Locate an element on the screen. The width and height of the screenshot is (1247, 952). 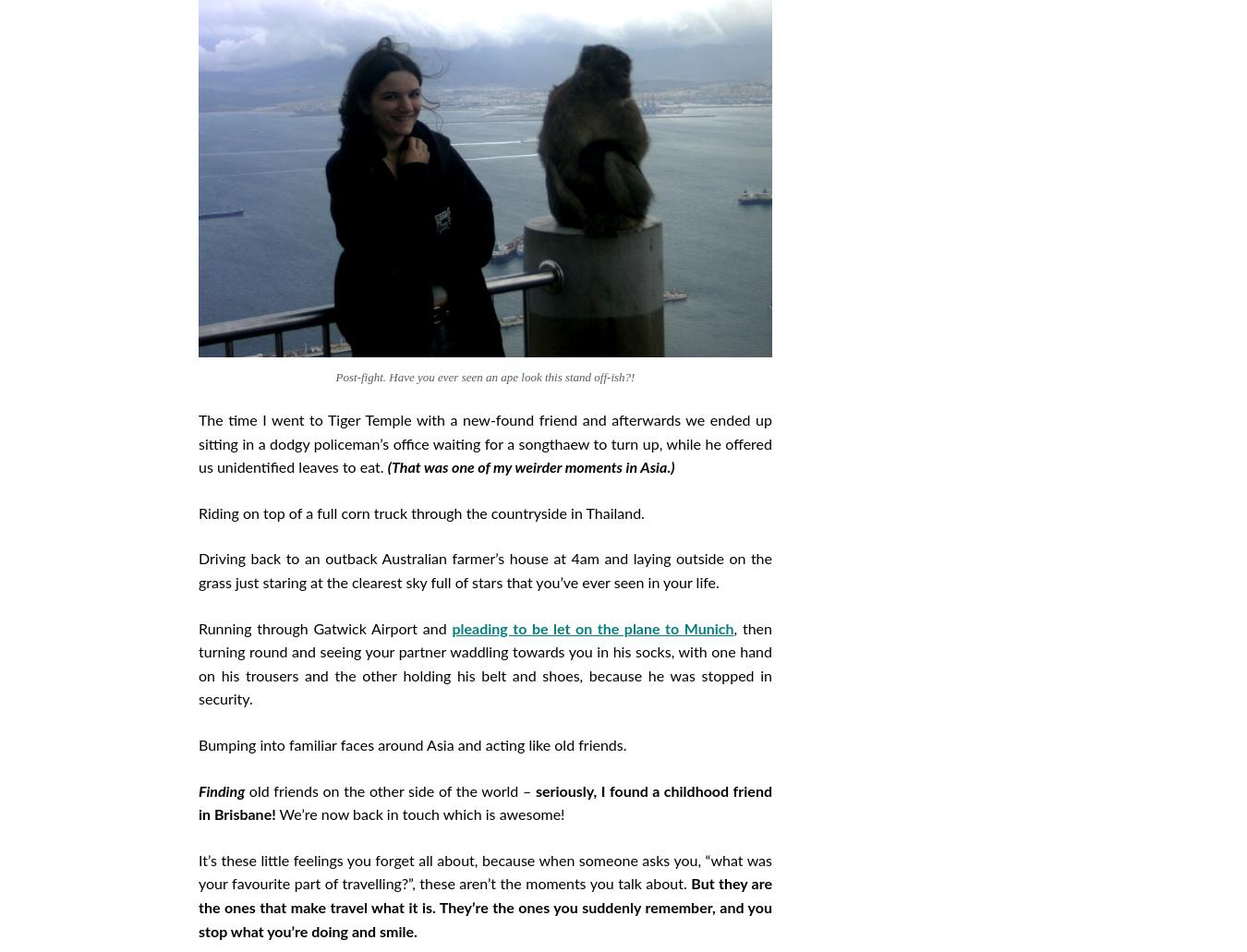
'It’s these little feelings you forget all about, because when someone asks you, “what was your favourite part of travelling?”, these aren’t the moments you talk about.' is located at coordinates (484, 872).